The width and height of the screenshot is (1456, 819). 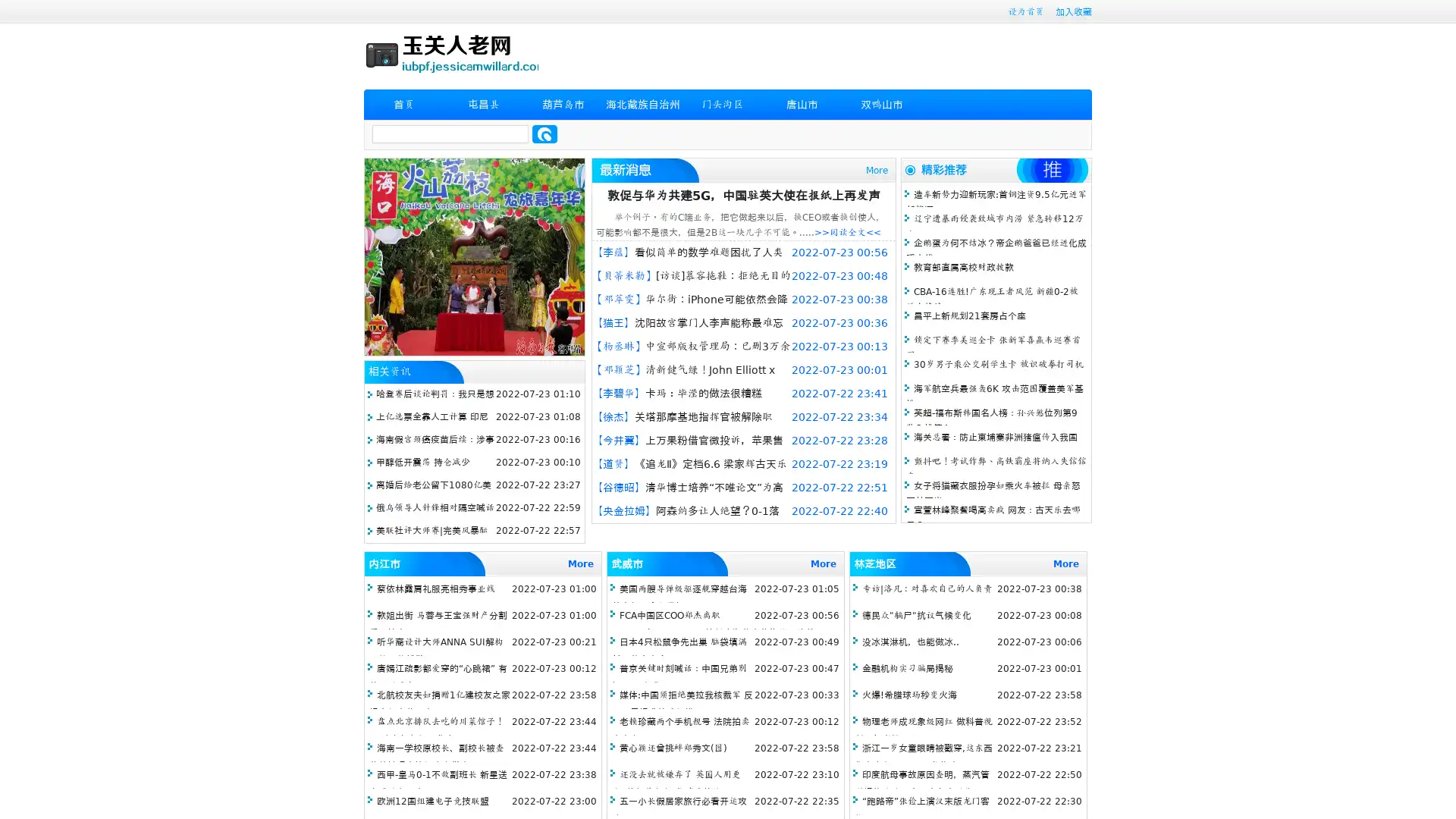 I want to click on Search, so click(x=544, y=133).